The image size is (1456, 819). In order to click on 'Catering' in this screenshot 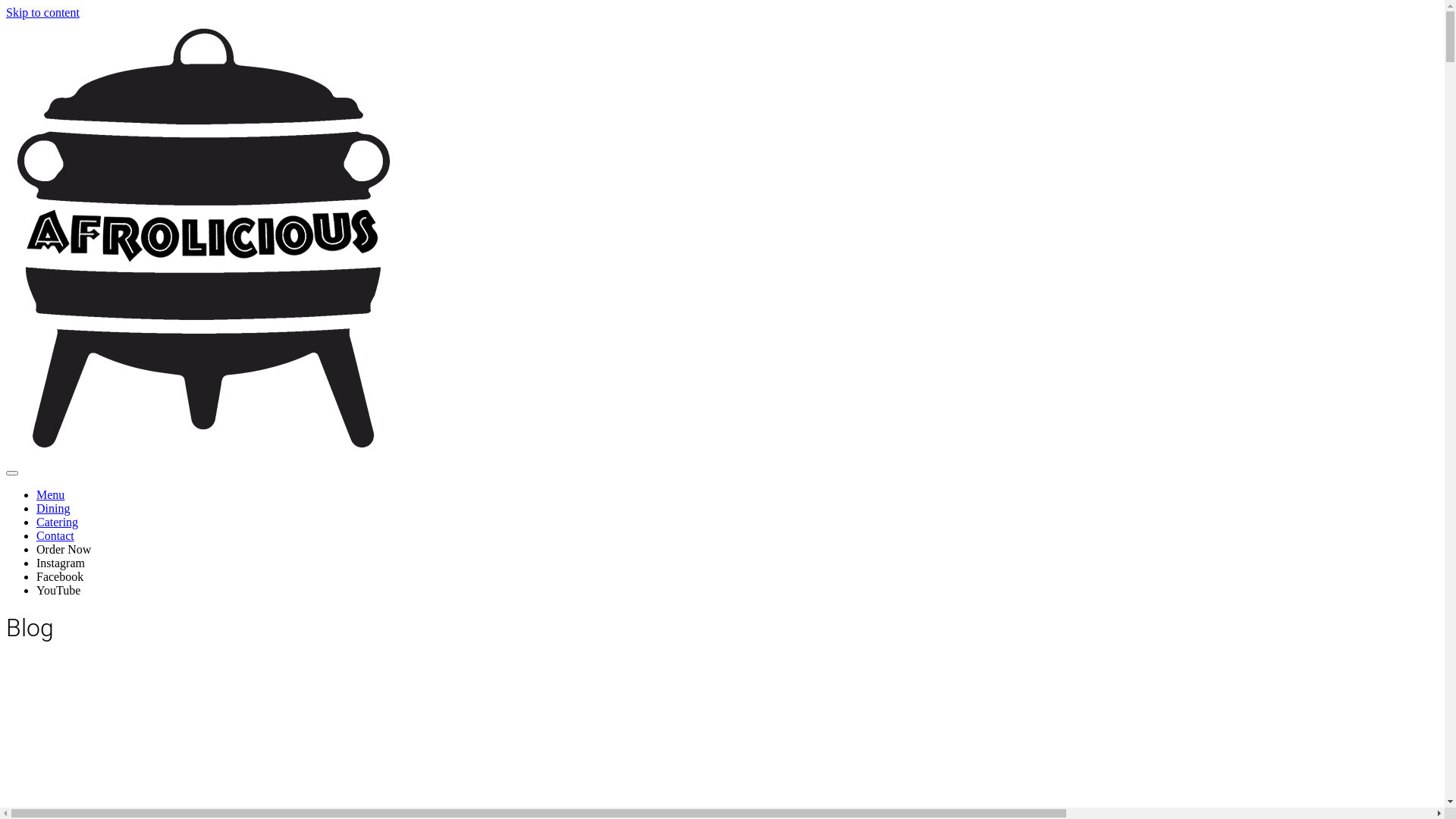, I will do `click(36, 521)`.